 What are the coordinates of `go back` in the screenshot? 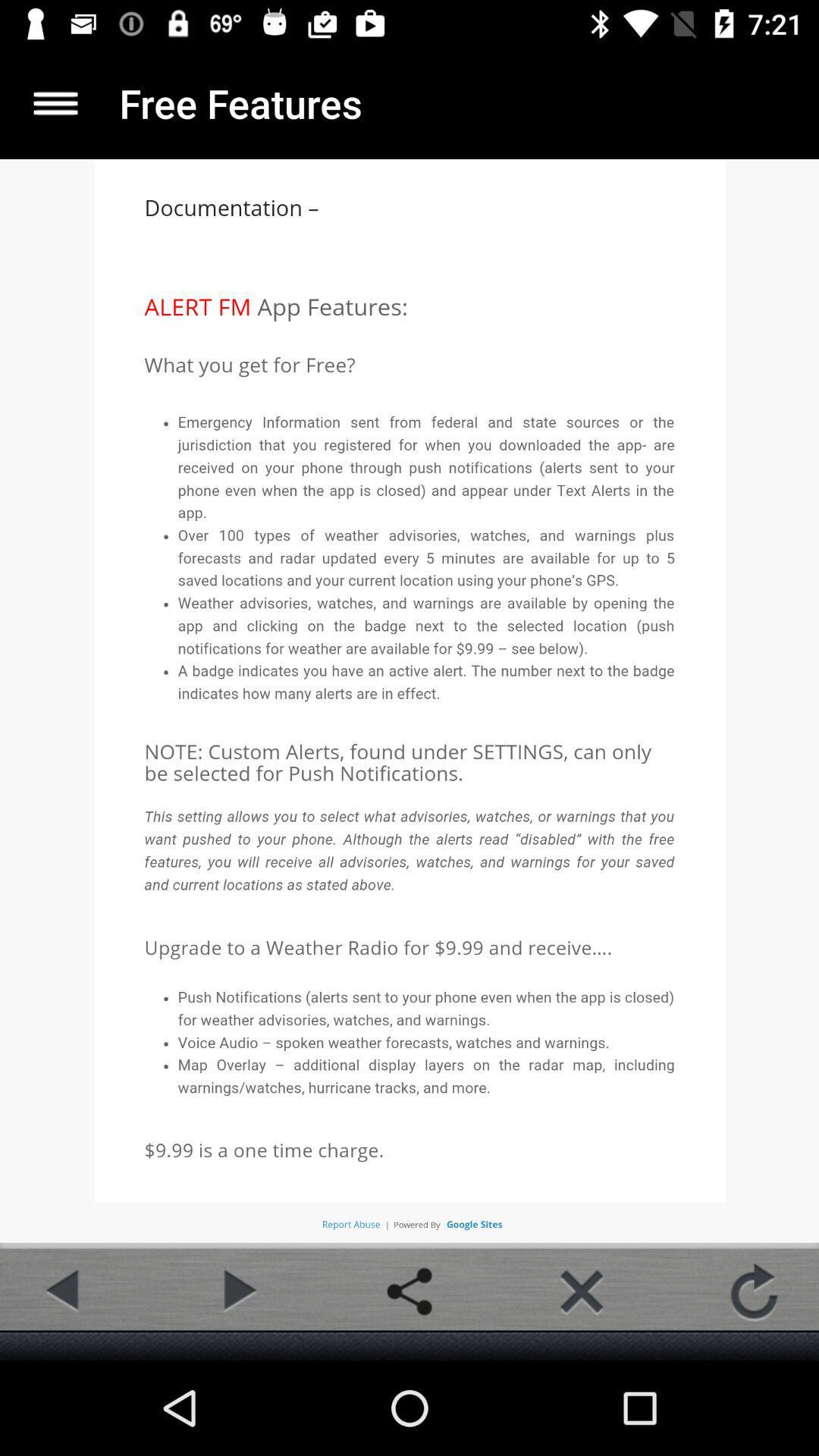 It's located at (64, 1291).